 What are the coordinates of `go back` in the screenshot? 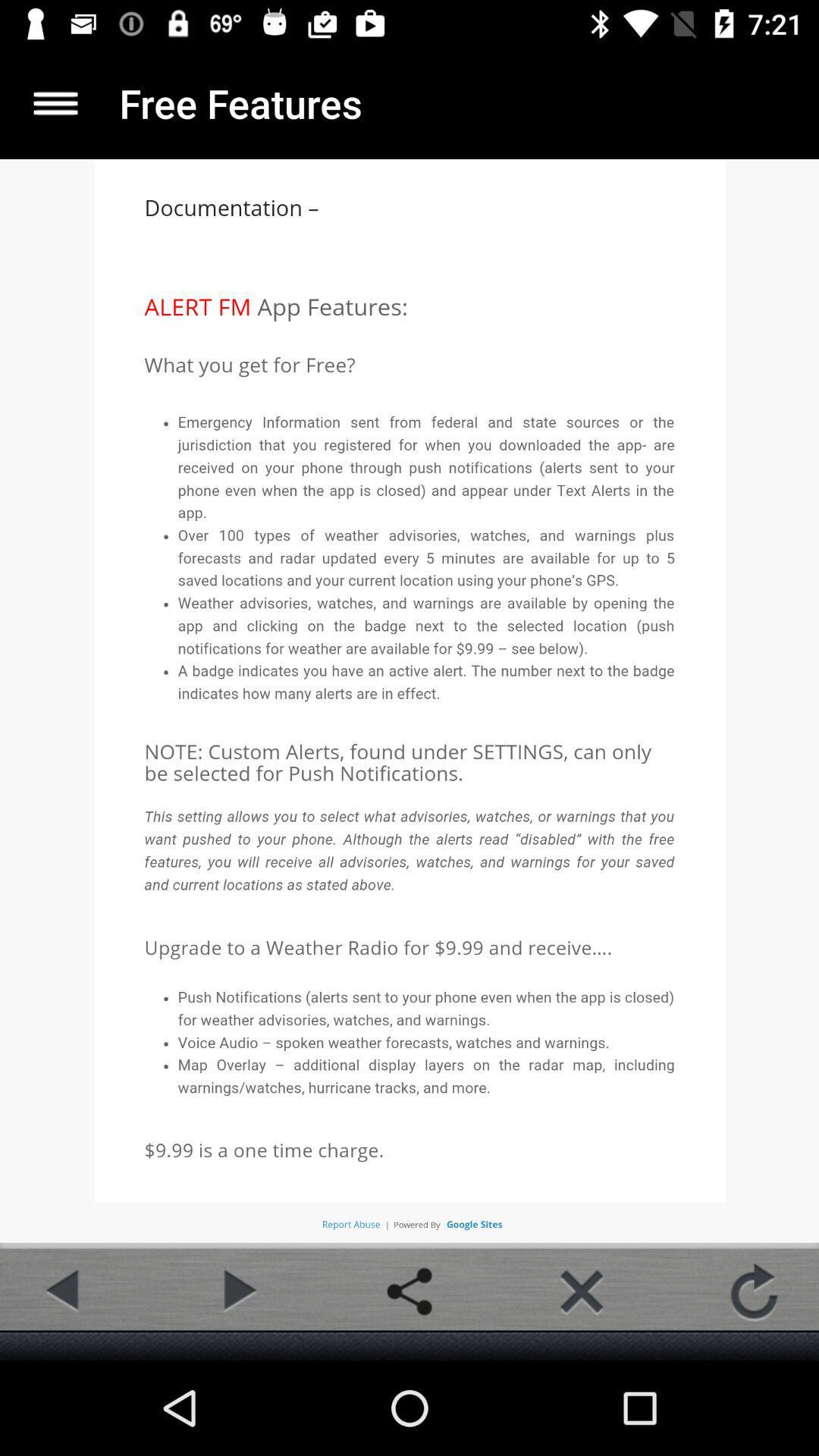 It's located at (64, 1291).